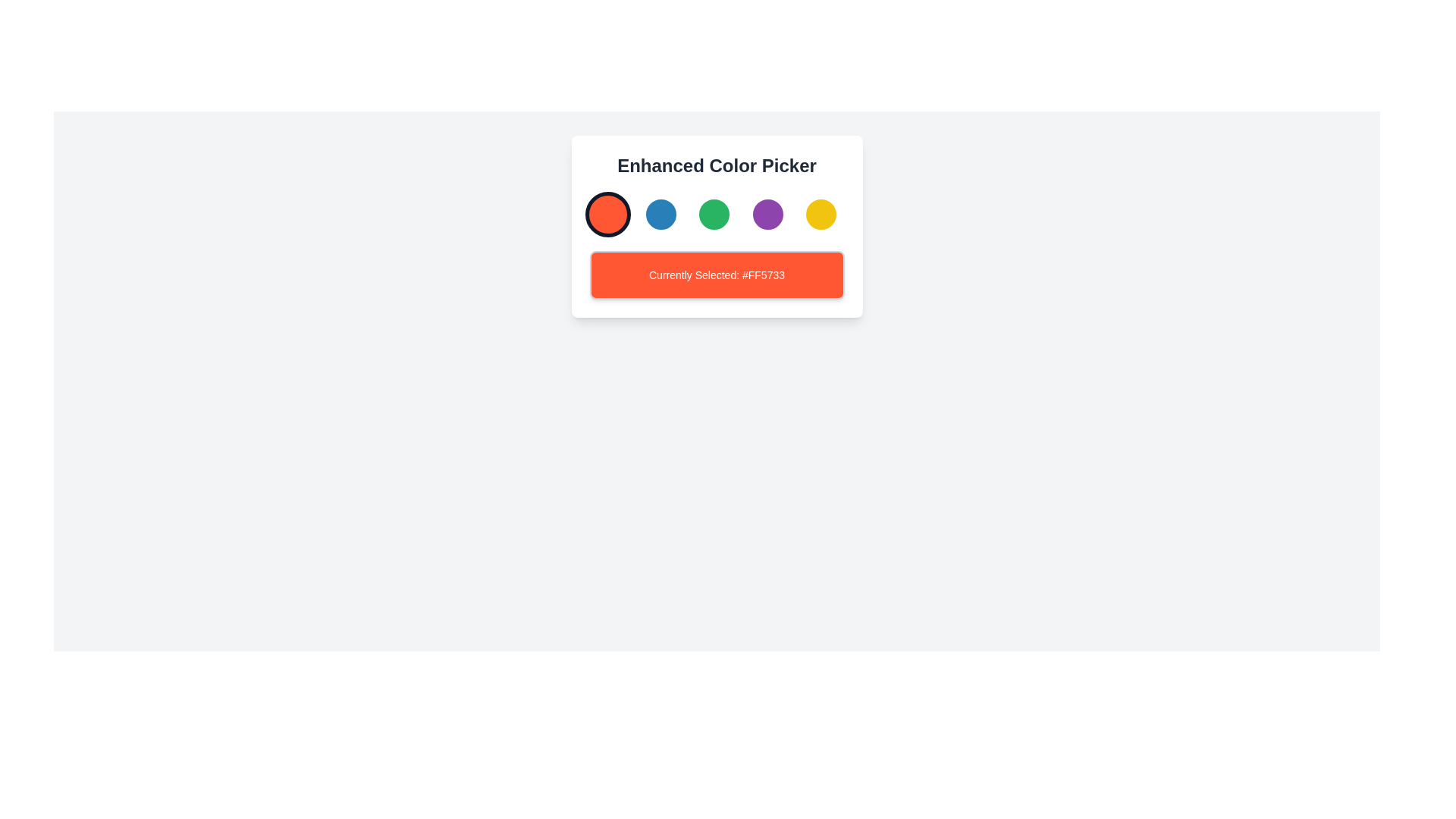  Describe the element at coordinates (767, 214) in the screenshot. I see `the fourth button in a row of five buttons to confirm the selection of the purple color` at that location.